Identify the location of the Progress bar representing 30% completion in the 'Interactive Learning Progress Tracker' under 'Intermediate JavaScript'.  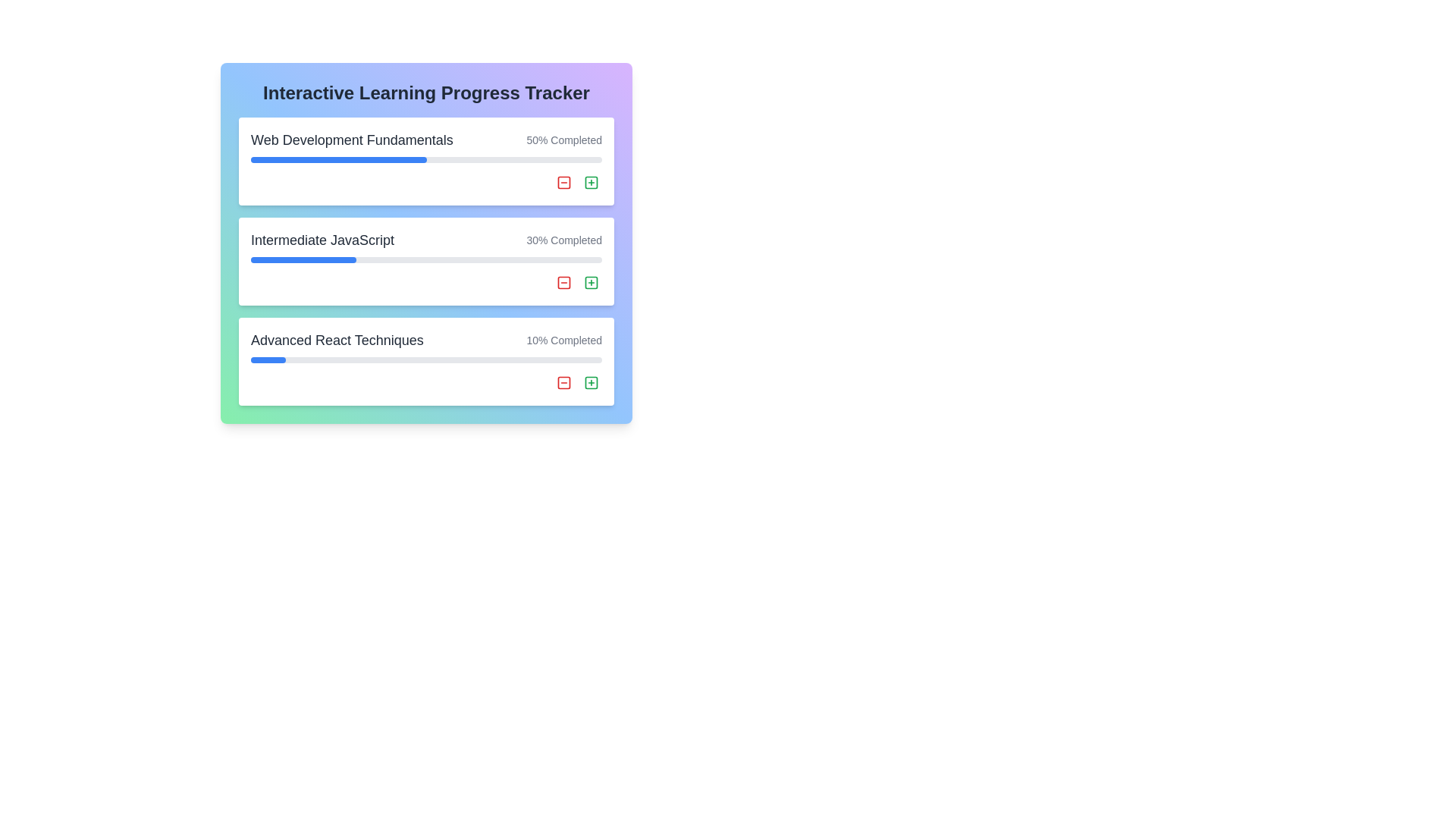
(425, 259).